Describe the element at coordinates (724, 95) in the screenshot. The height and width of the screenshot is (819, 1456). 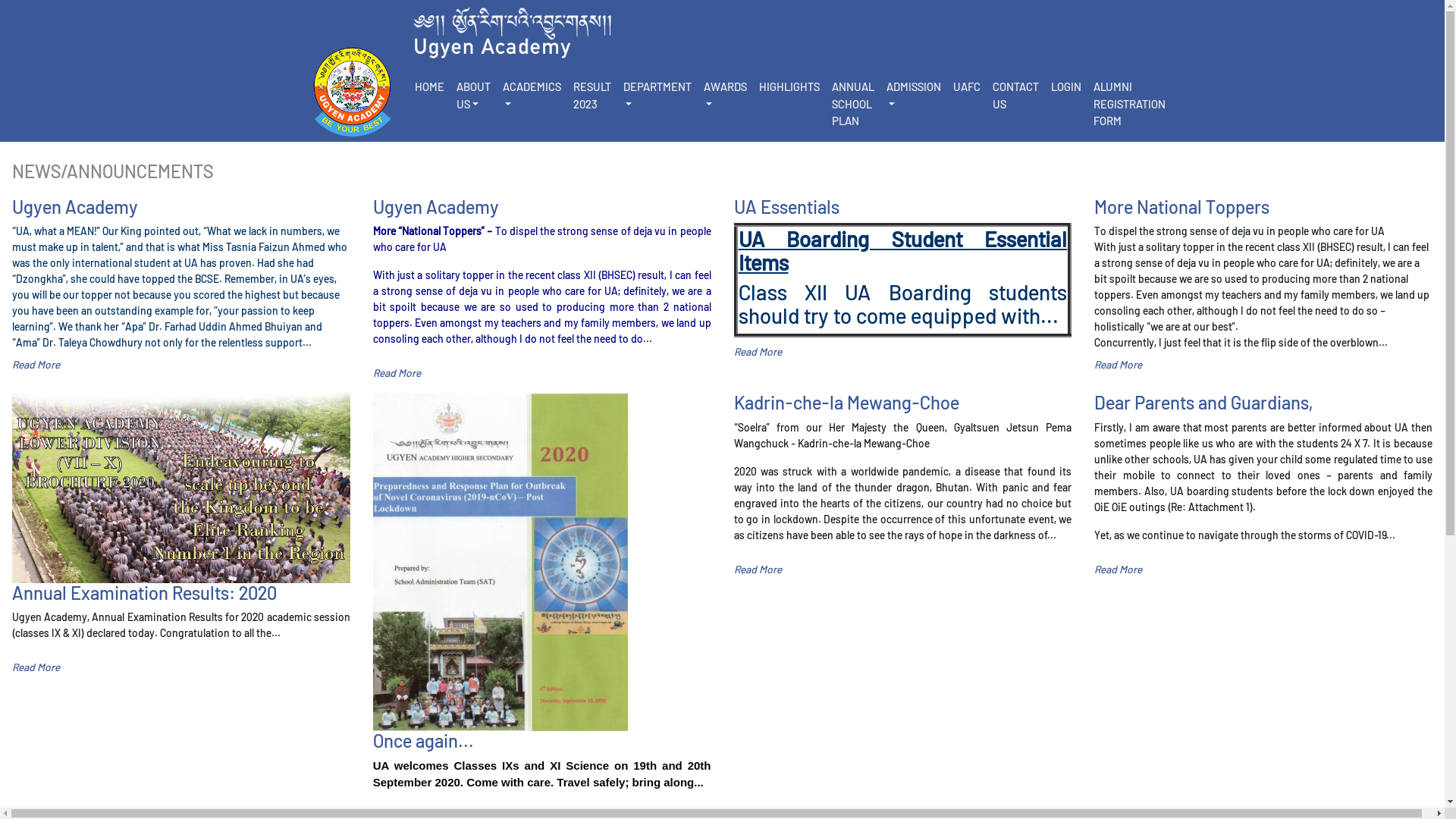
I see `'AWARDS'` at that location.